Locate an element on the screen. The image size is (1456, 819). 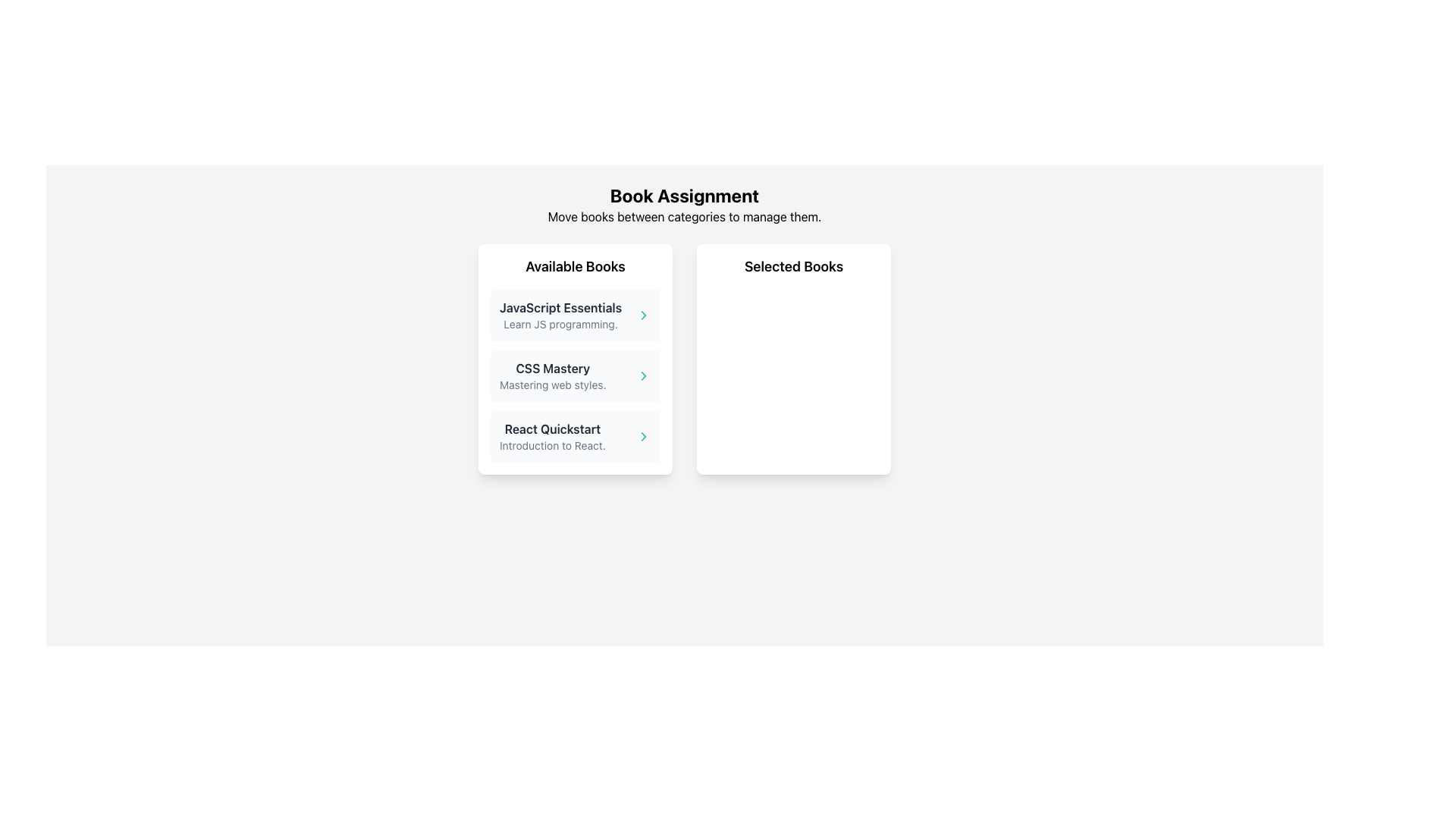
the subtitle displaying 'Mastering web styles.' which is styled in gray and positioned below the heading 'CSS Mastery' is located at coordinates (552, 384).